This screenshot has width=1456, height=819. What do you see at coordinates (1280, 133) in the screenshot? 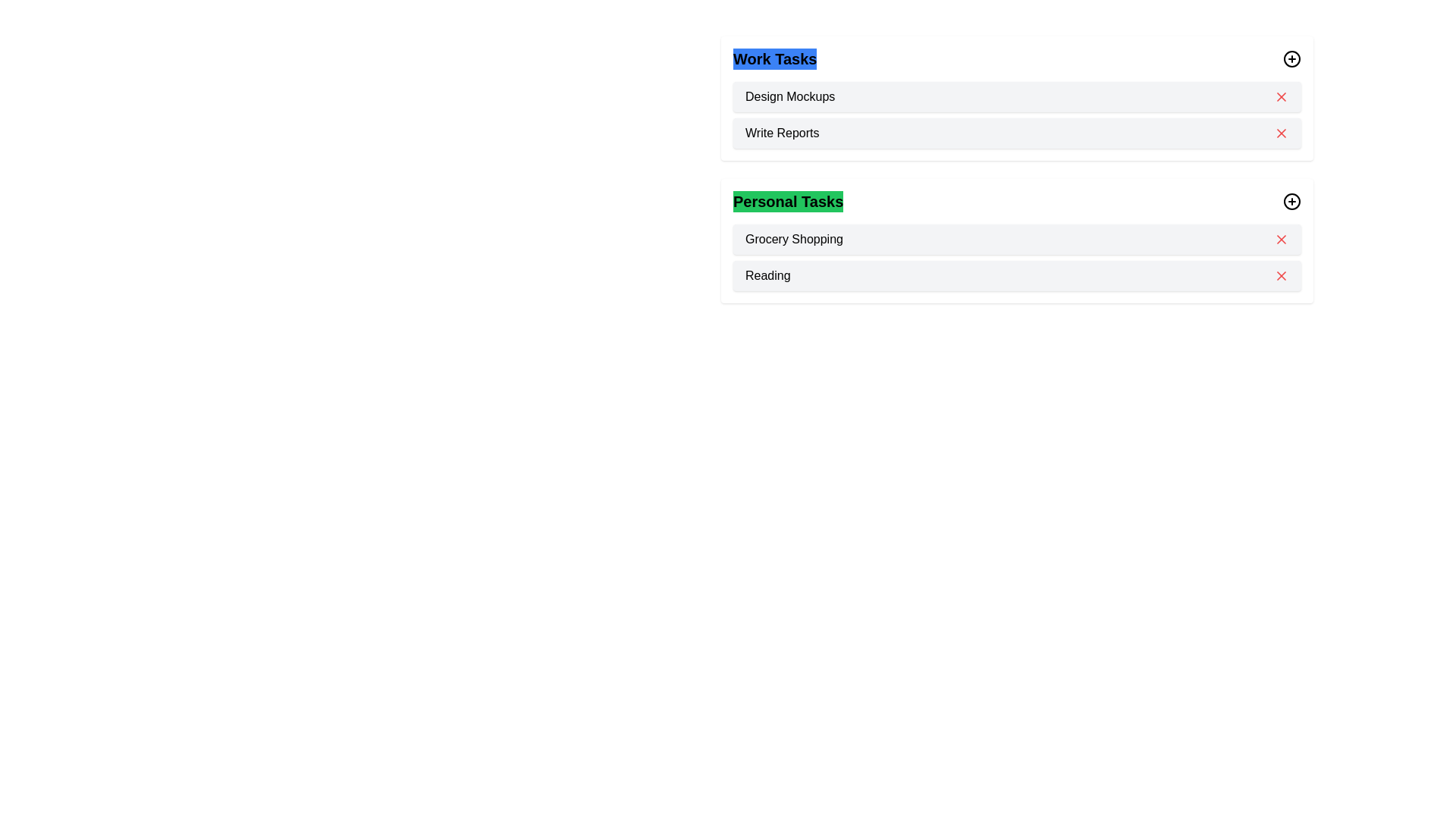
I see `the task Write Reports from the category Work by clicking the 'X' icon next to the task` at bounding box center [1280, 133].